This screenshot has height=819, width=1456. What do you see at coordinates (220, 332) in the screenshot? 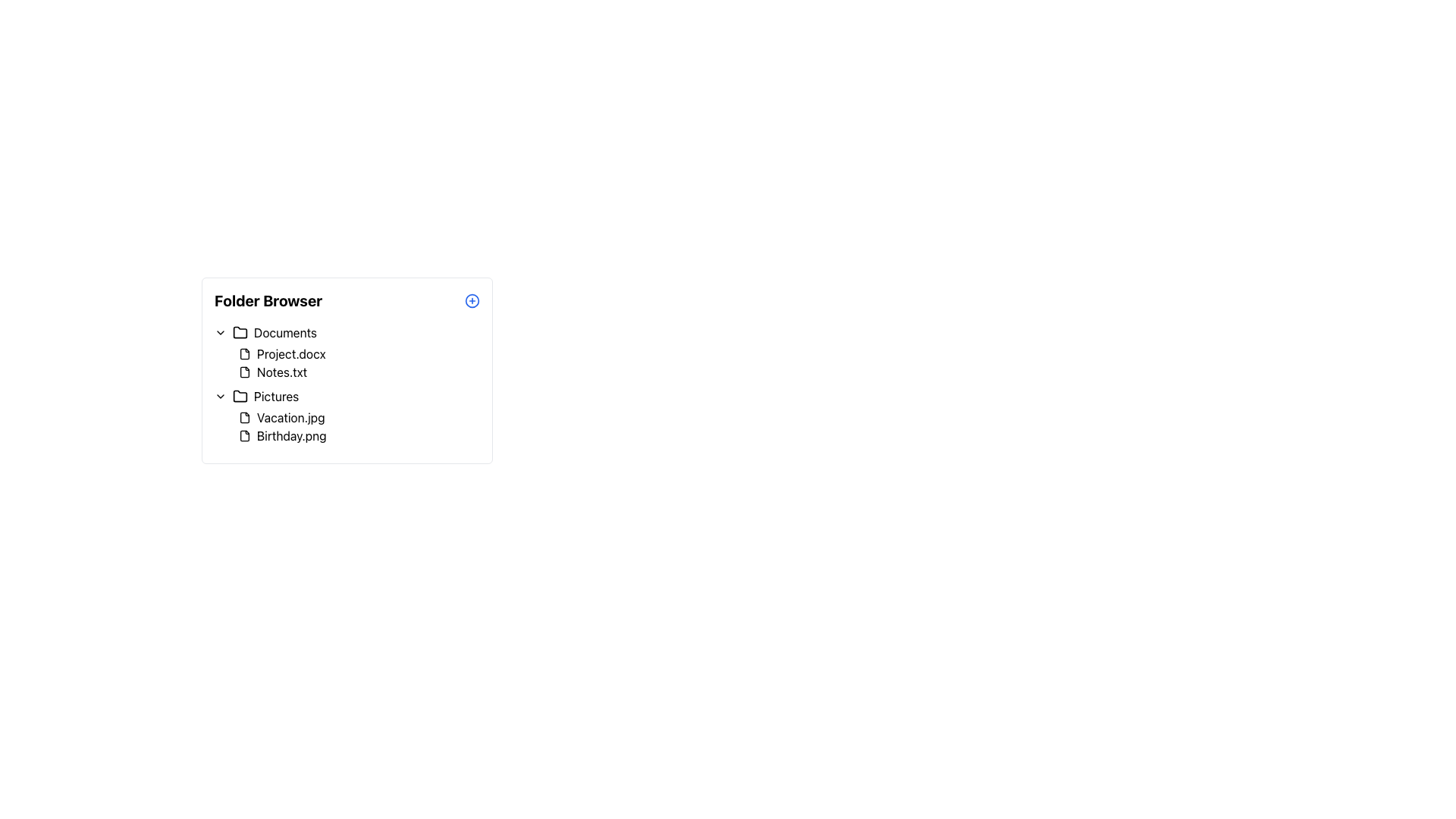
I see `the downward chevron SVG icon` at bounding box center [220, 332].